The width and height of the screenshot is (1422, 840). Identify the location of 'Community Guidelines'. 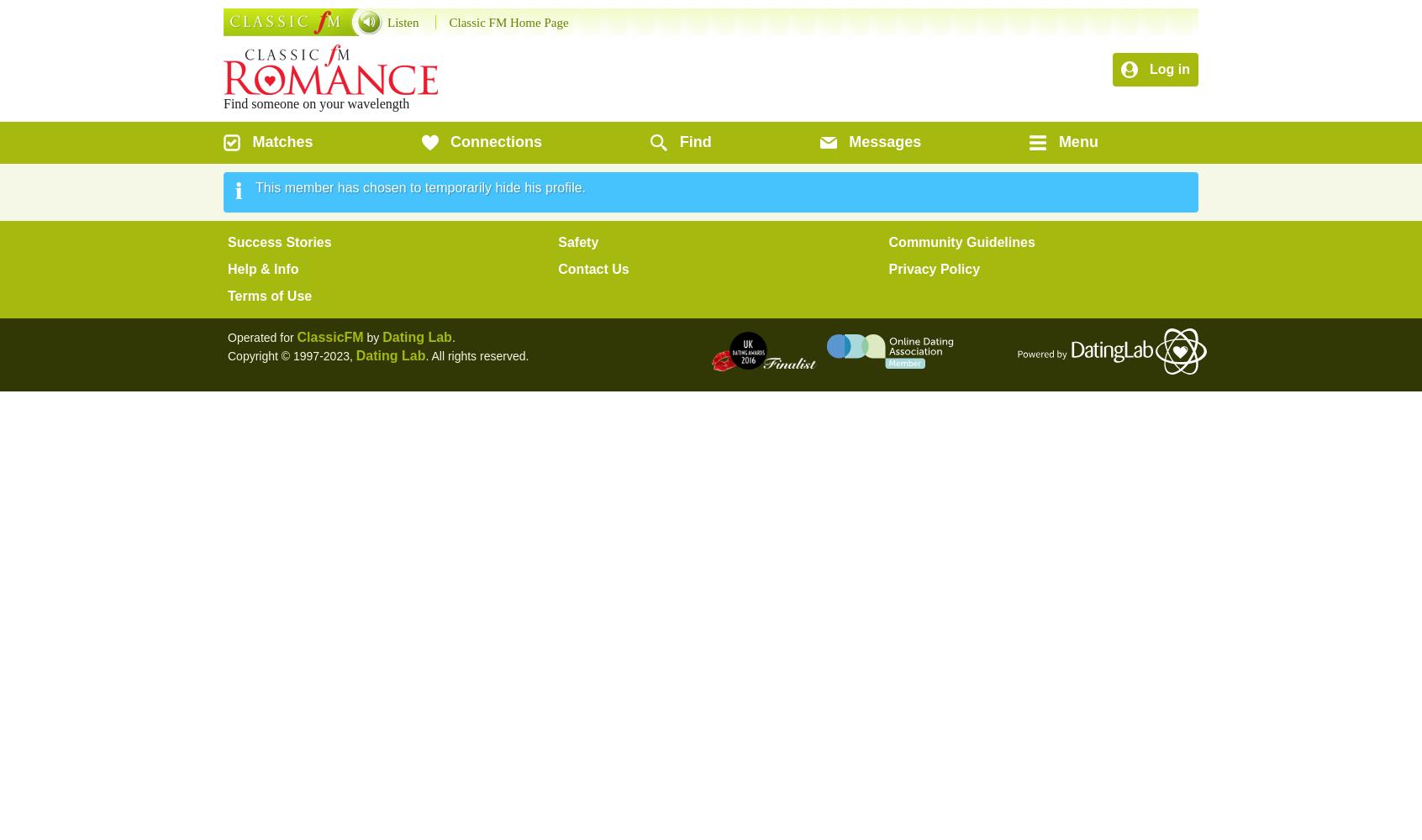
(960, 242).